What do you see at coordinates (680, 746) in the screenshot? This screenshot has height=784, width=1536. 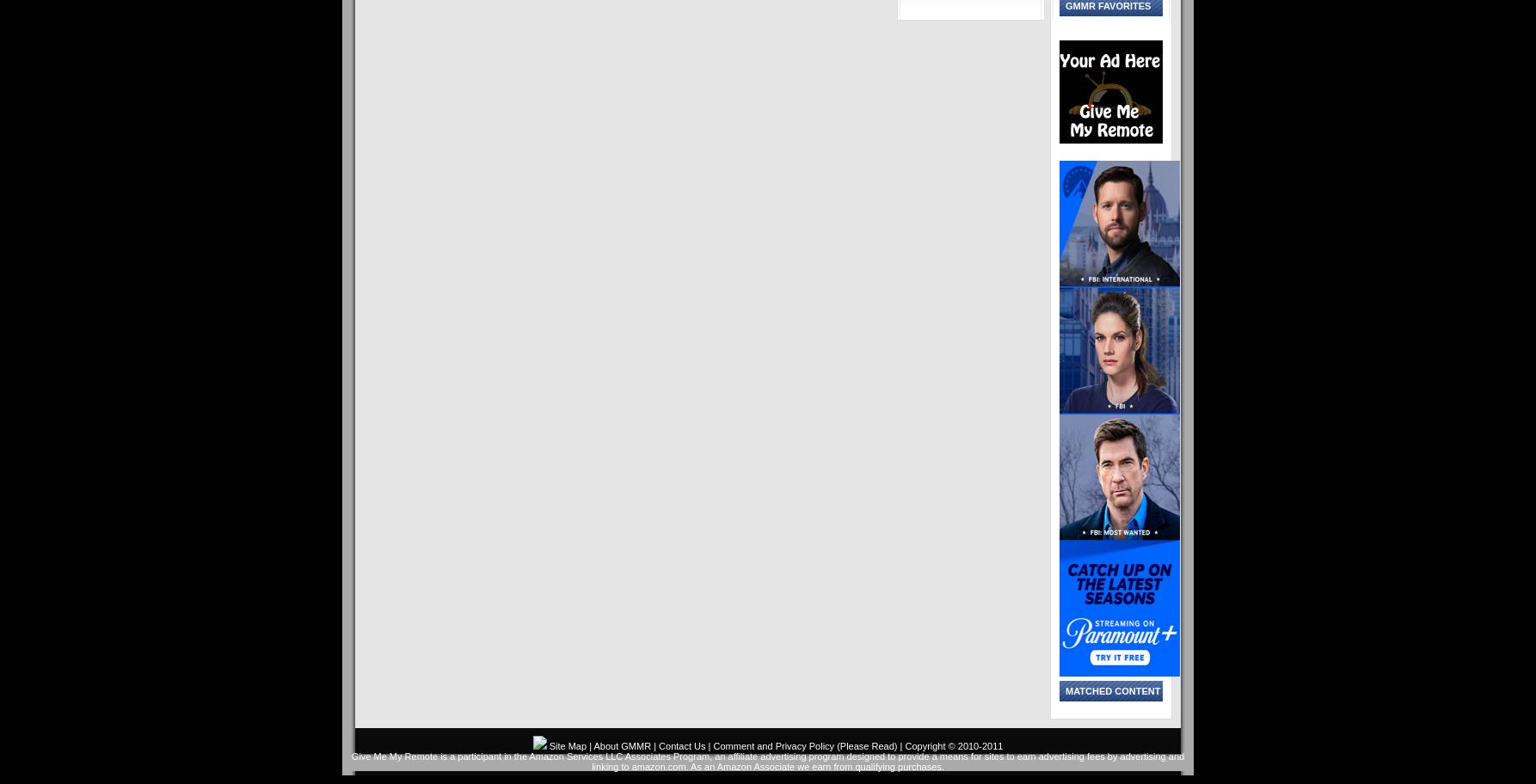 I see `'Contact Us'` at bounding box center [680, 746].